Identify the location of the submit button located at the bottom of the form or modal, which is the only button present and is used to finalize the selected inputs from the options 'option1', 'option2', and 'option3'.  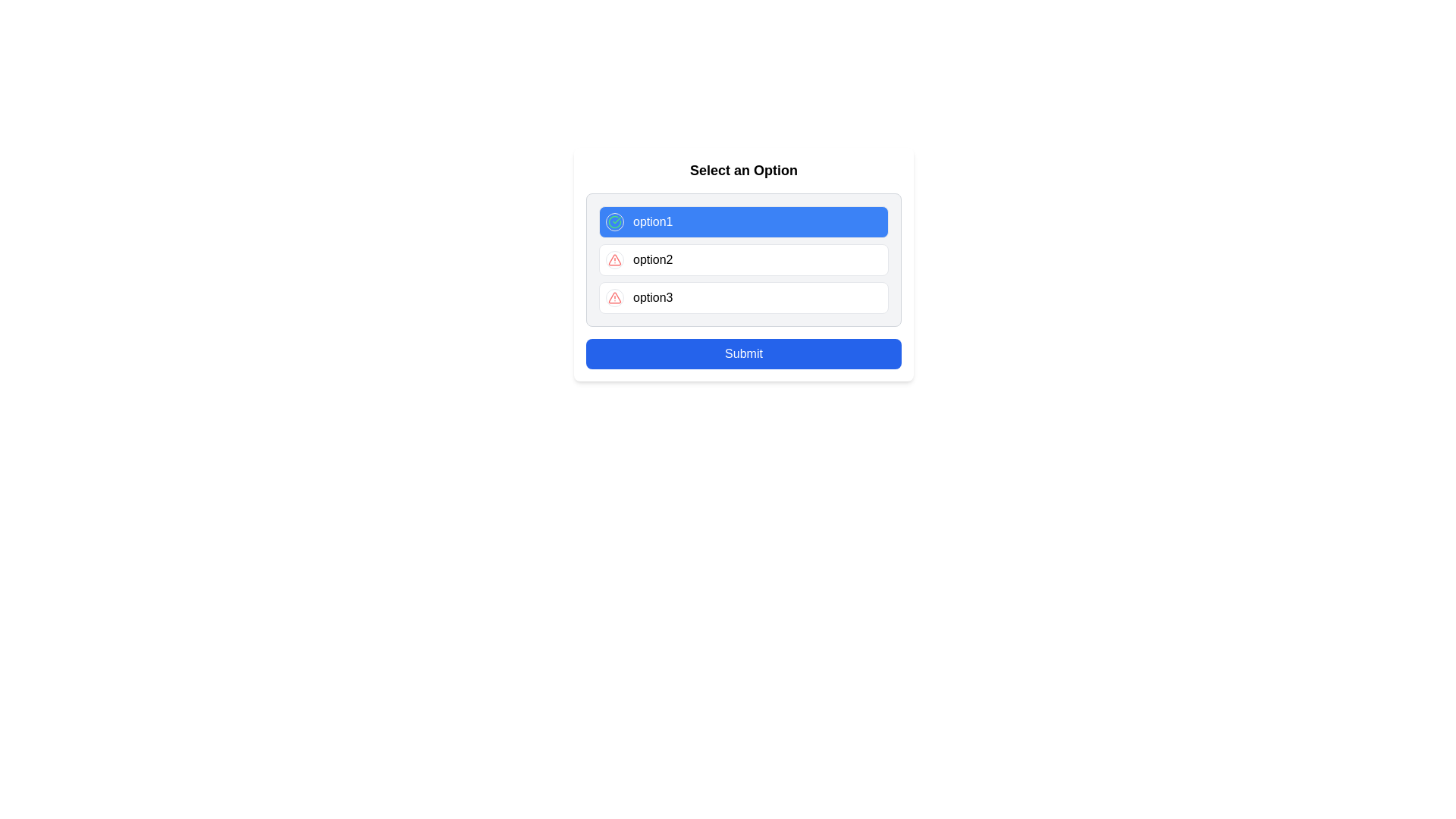
(743, 353).